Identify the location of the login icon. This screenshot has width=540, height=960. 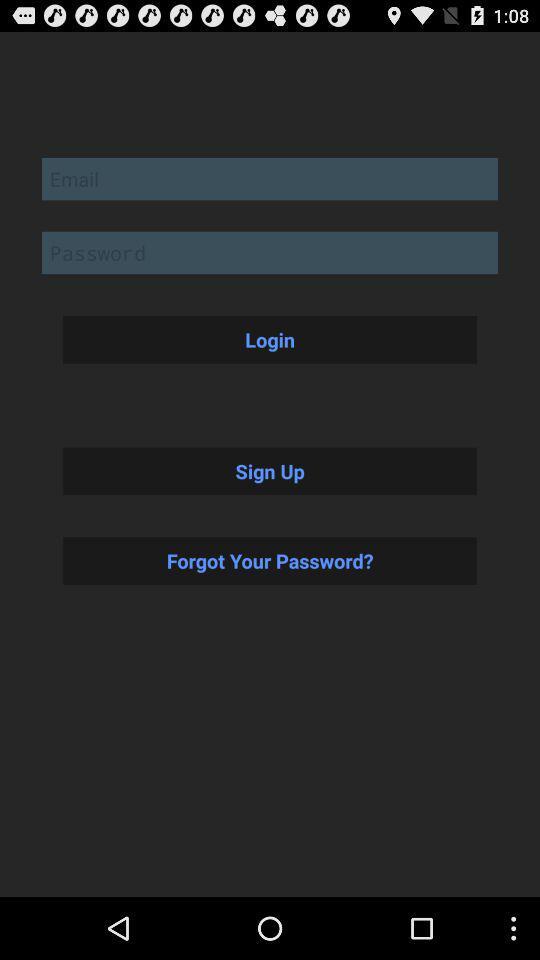
(270, 339).